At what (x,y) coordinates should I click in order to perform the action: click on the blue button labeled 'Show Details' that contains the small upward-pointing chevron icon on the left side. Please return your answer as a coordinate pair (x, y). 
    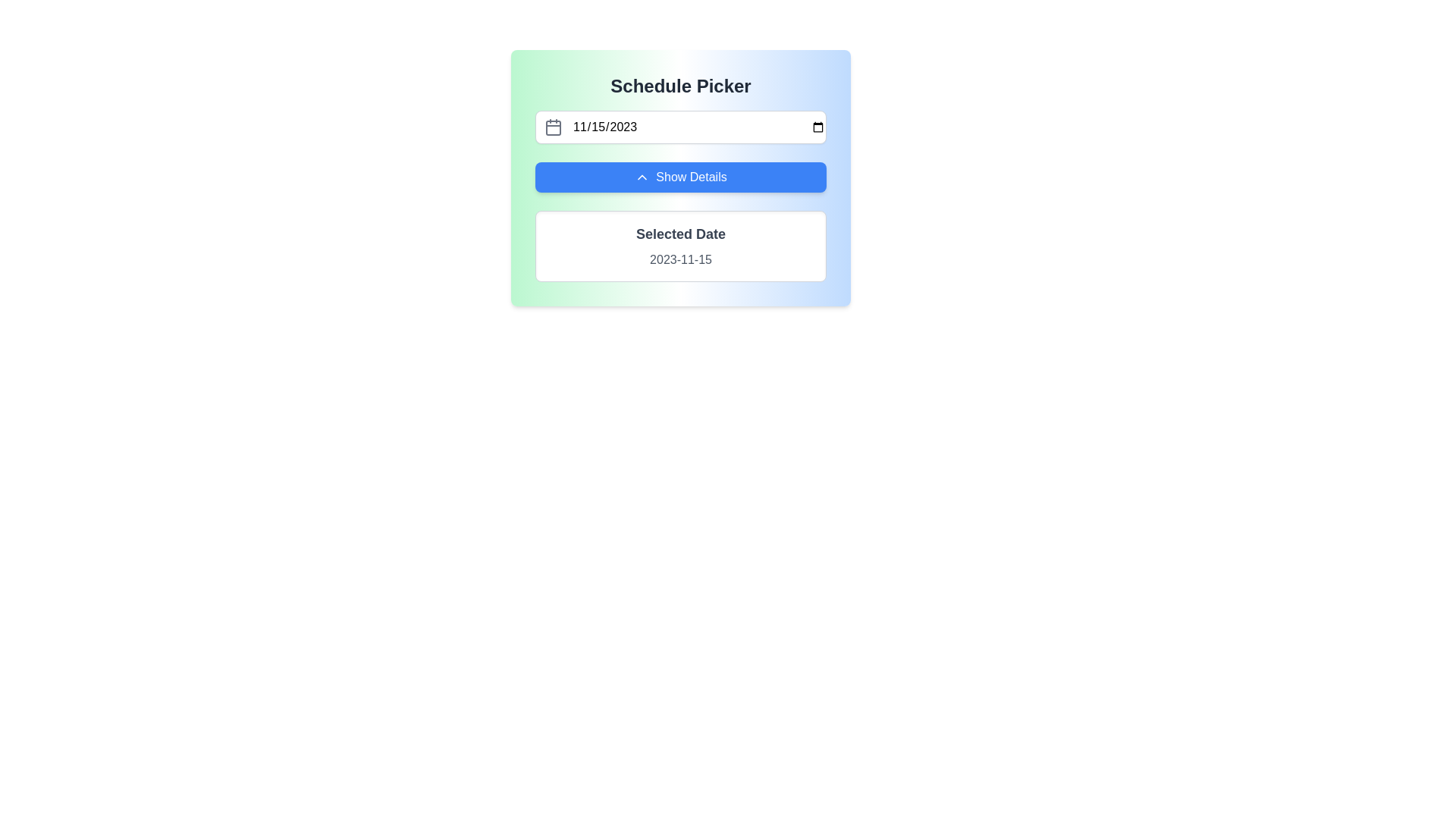
    Looking at the image, I should click on (642, 177).